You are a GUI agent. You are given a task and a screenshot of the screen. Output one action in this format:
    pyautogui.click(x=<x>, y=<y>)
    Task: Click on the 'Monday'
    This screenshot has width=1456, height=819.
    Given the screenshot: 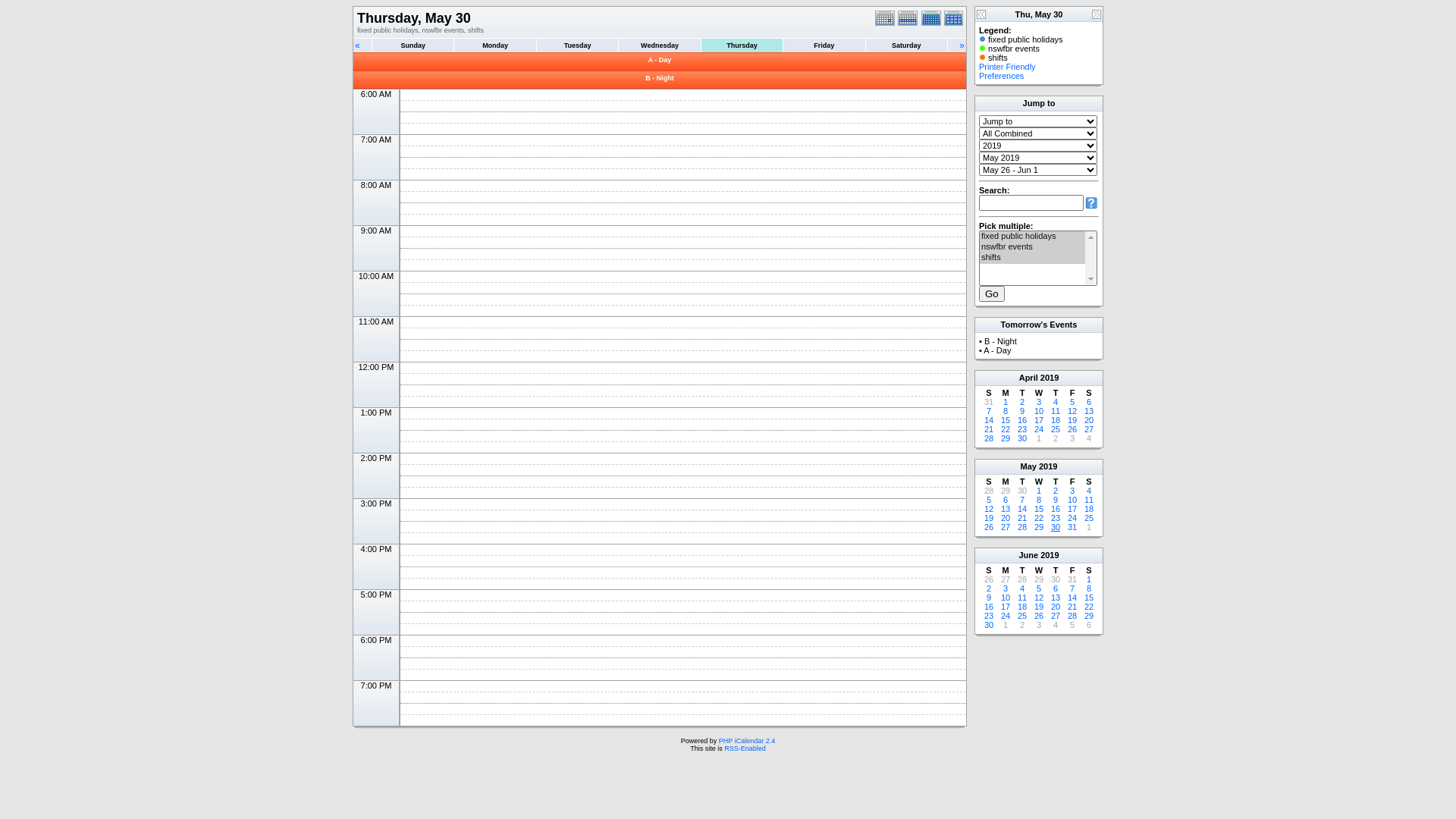 What is the action you would take?
    pyautogui.click(x=494, y=44)
    